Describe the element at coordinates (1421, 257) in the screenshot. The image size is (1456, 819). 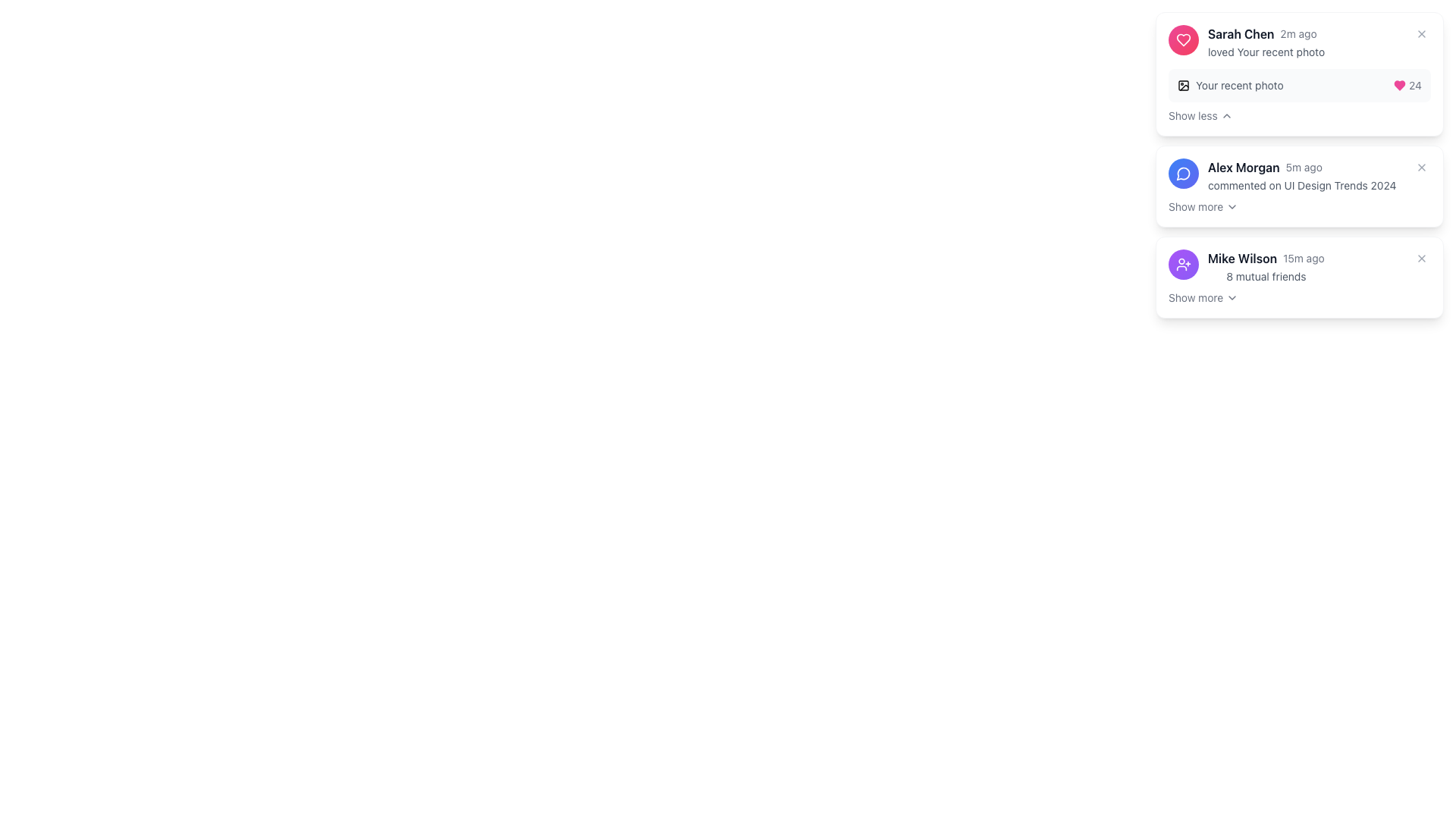
I see `the dismiss button located at the top-right corner of the card displaying activity details of 'Mike Wilson' to change the background color` at that location.